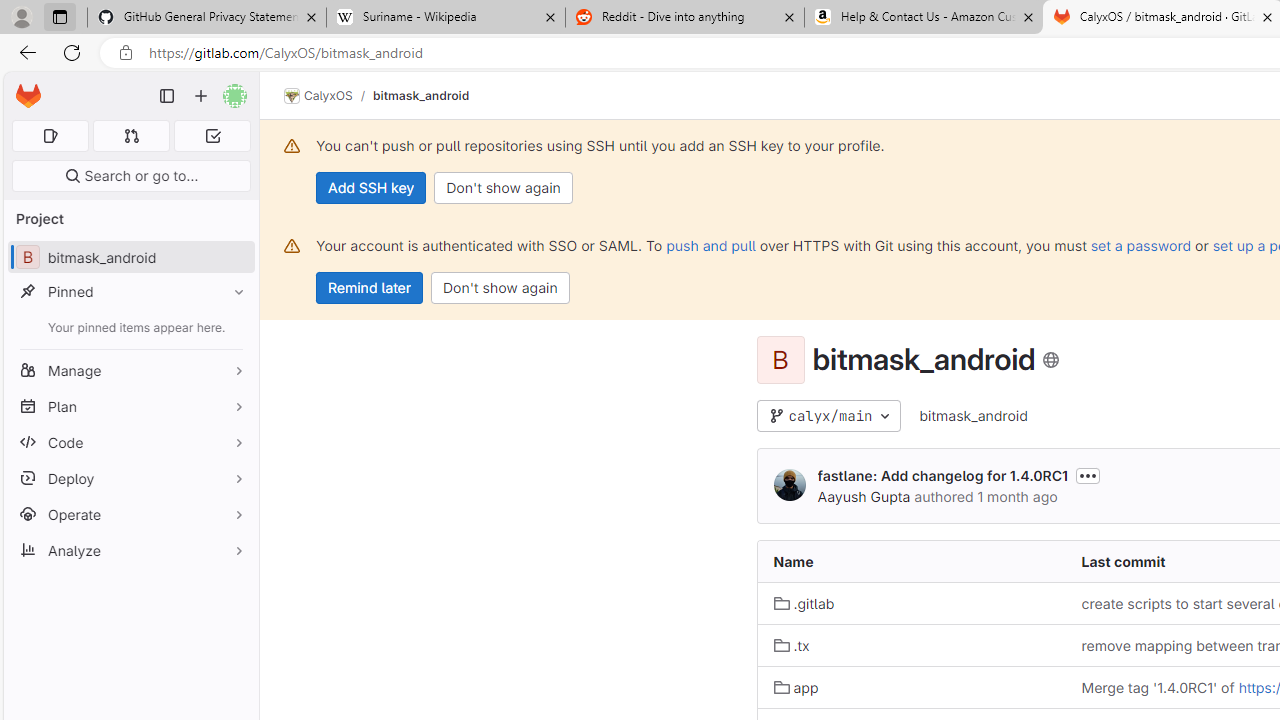 The width and height of the screenshot is (1280, 720). I want to click on 'Aayush Gupta', so click(864, 495).